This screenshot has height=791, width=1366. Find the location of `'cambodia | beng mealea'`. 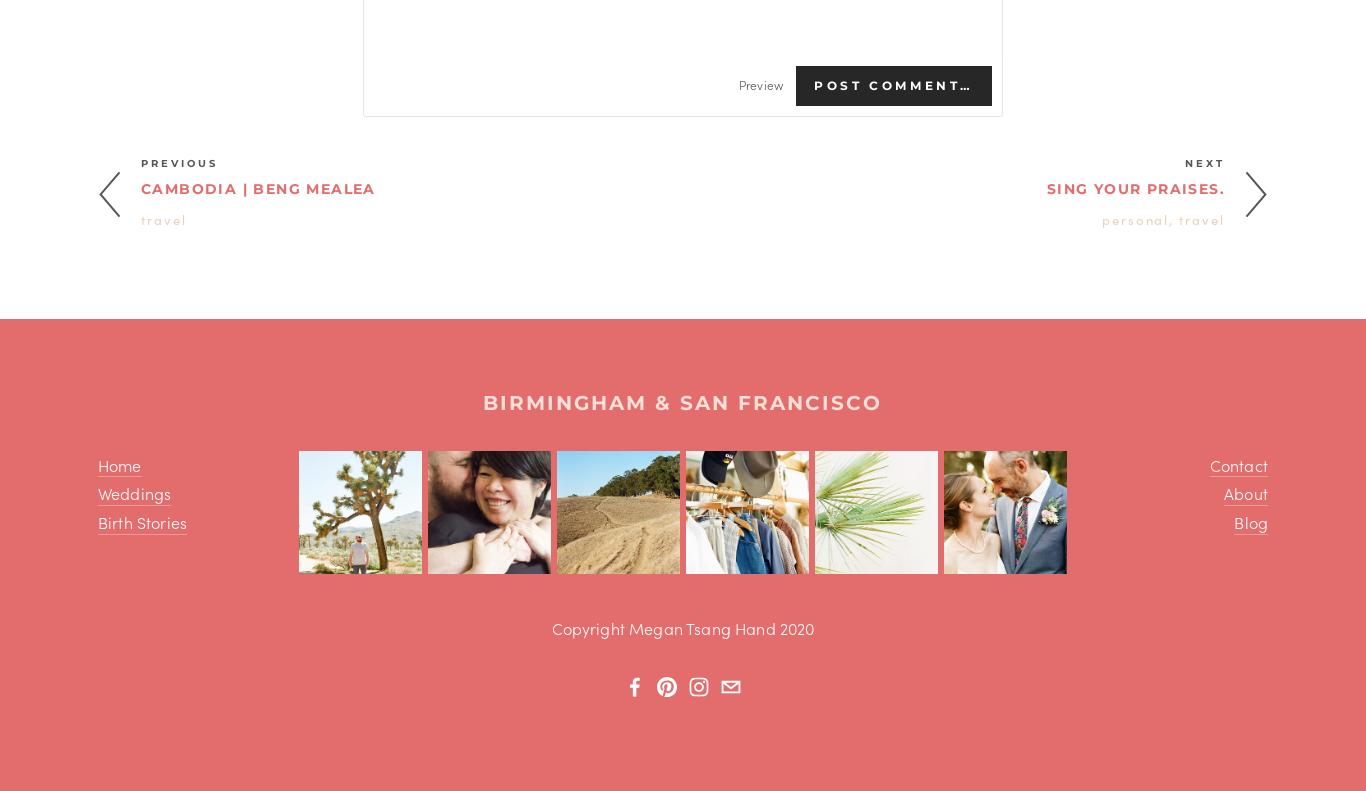

'cambodia | beng mealea' is located at coordinates (258, 188).